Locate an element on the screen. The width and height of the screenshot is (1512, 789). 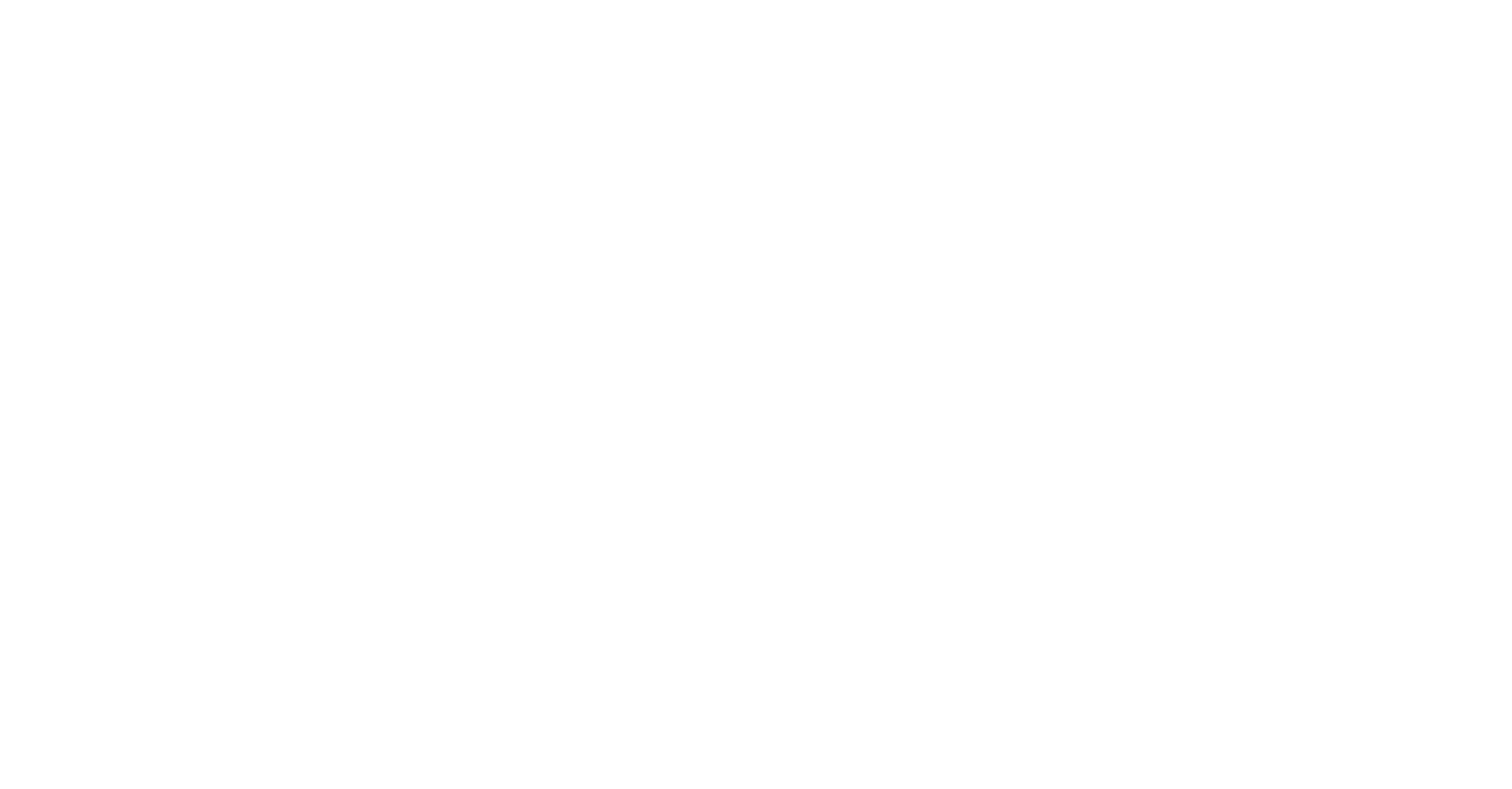
'Hauptinhalt' is located at coordinates (72, 51).